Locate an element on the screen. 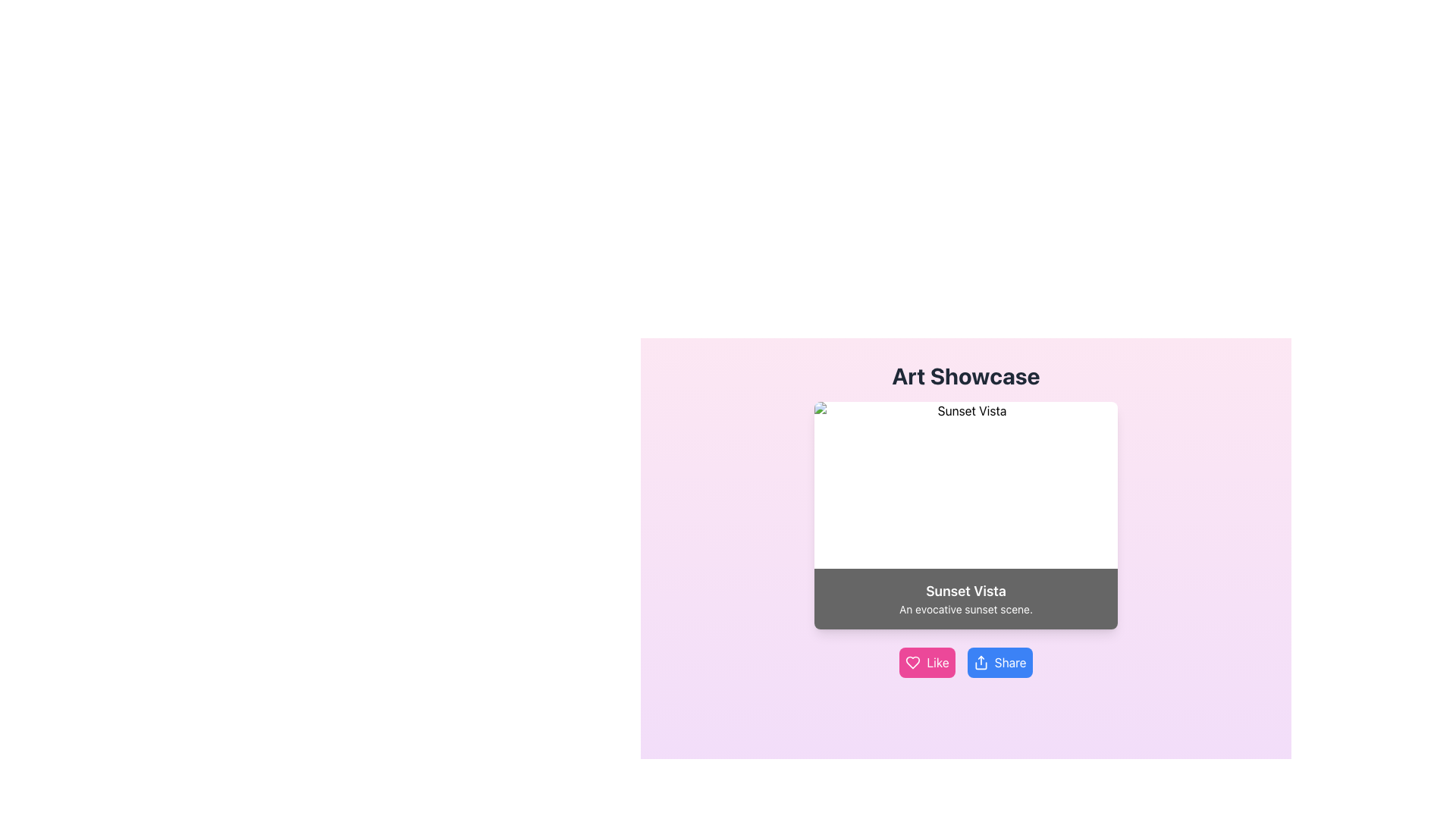 The width and height of the screenshot is (1456, 819). the SVG share icon located within the blue 'Share' button at the bottom-right of the interface is located at coordinates (981, 662).